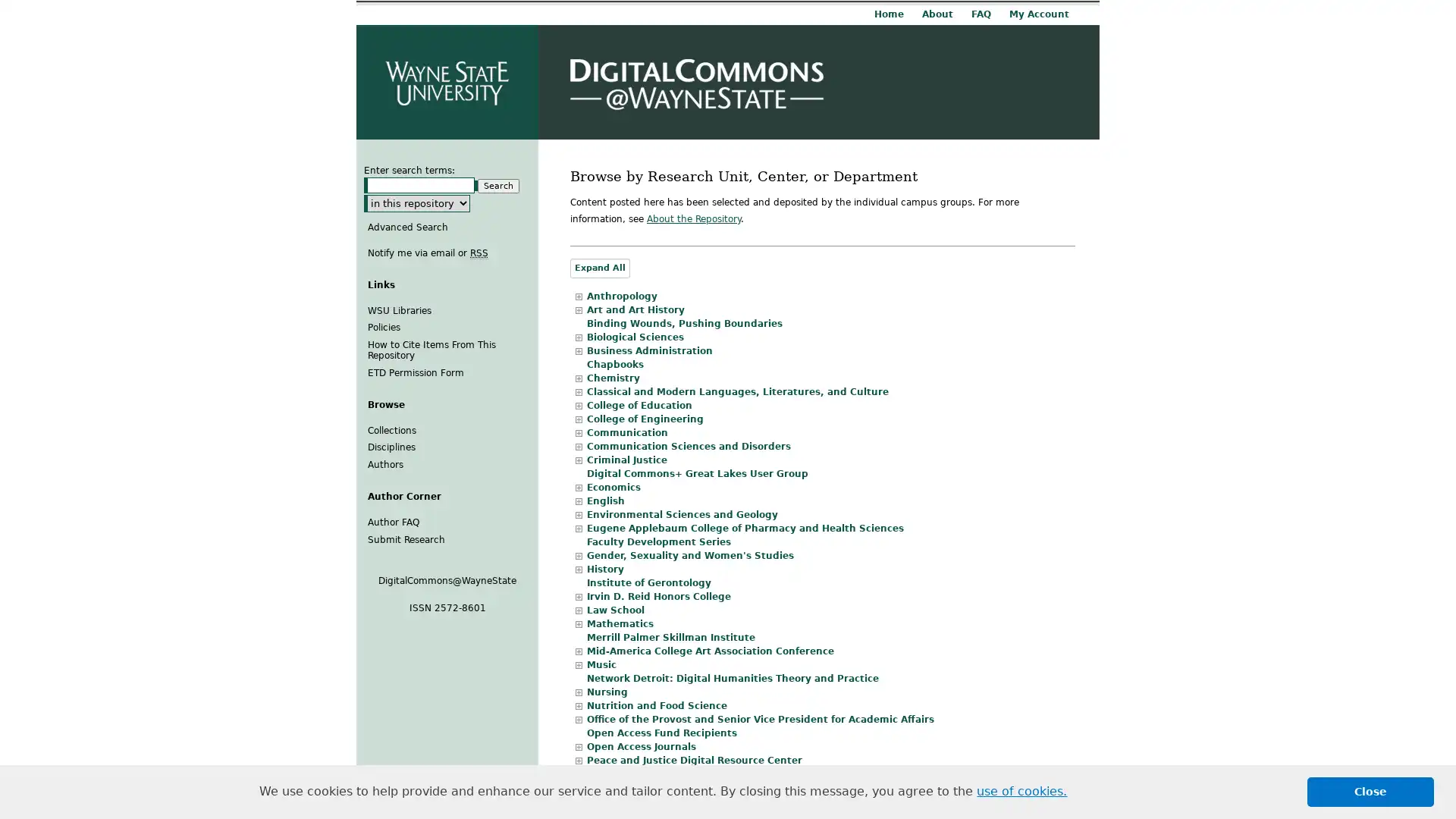  I want to click on dismiss cookie message, so click(1370, 791).